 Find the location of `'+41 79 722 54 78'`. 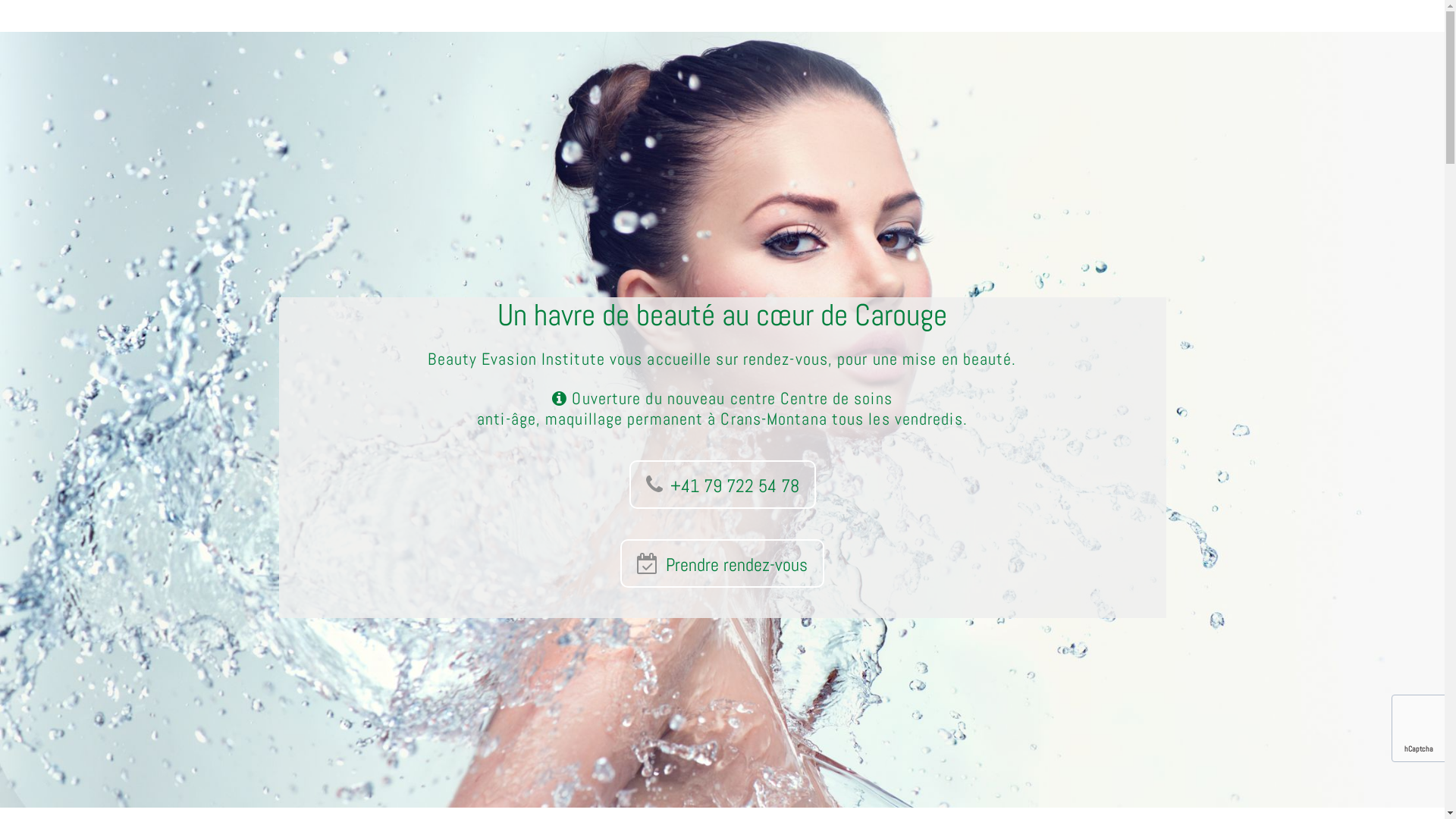

'+41 79 722 54 78' is located at coordinates (722, 485).